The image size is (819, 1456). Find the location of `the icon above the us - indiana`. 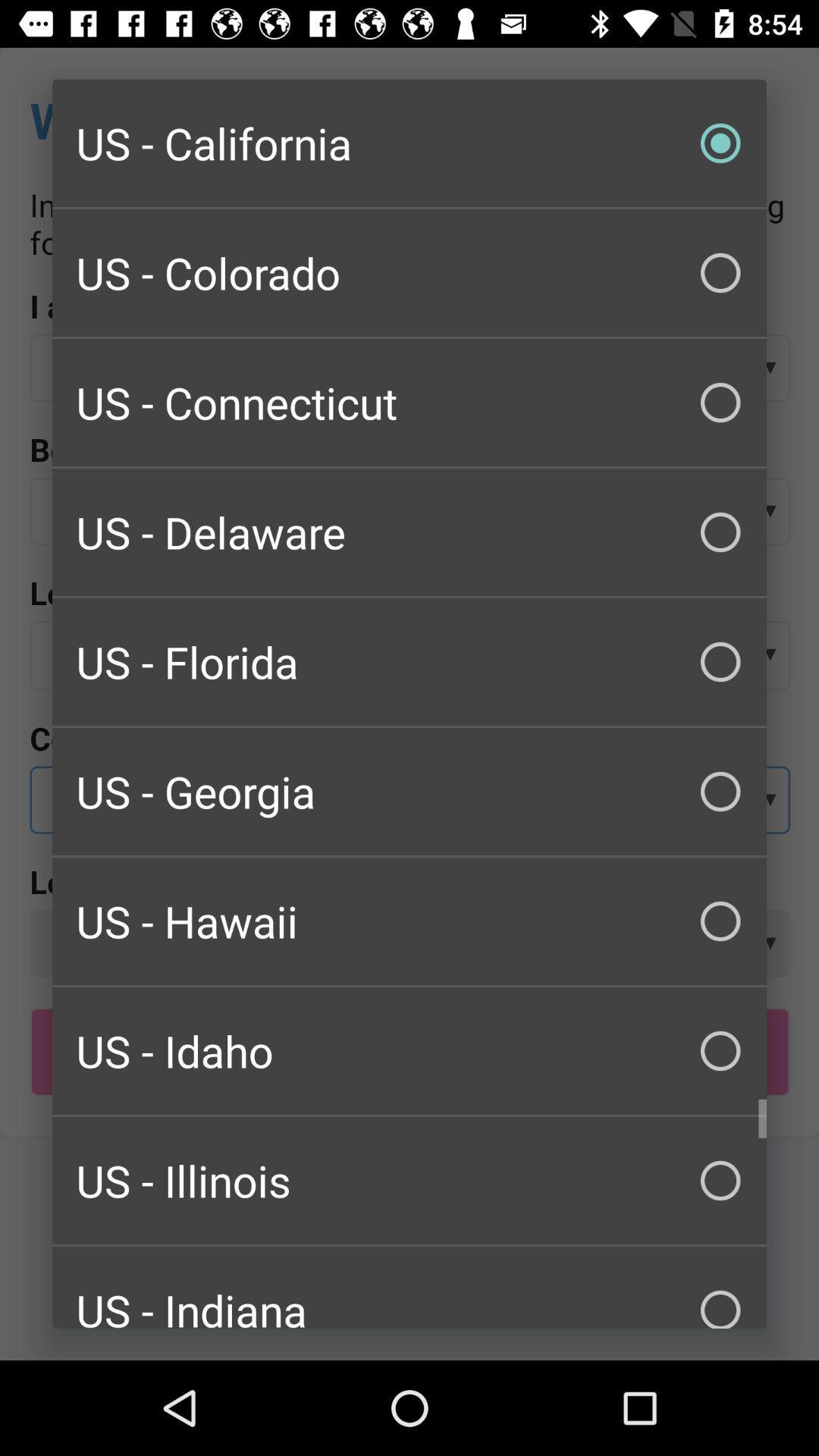

the icon above the us - indiana is located at coordinates (409, 1179).